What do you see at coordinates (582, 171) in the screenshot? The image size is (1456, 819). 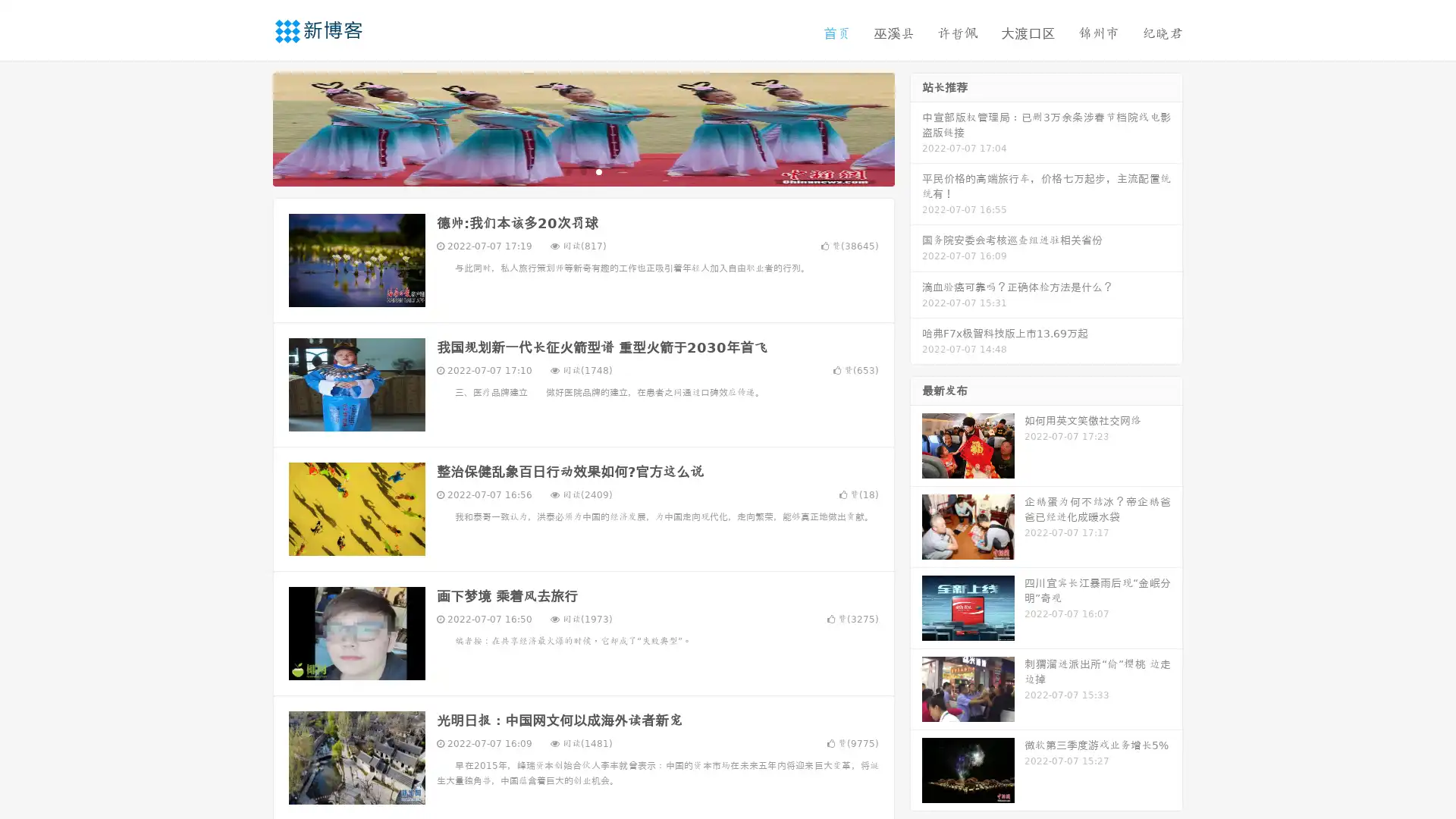 I see `Go to slide 2` at bounding box center [582, 171].